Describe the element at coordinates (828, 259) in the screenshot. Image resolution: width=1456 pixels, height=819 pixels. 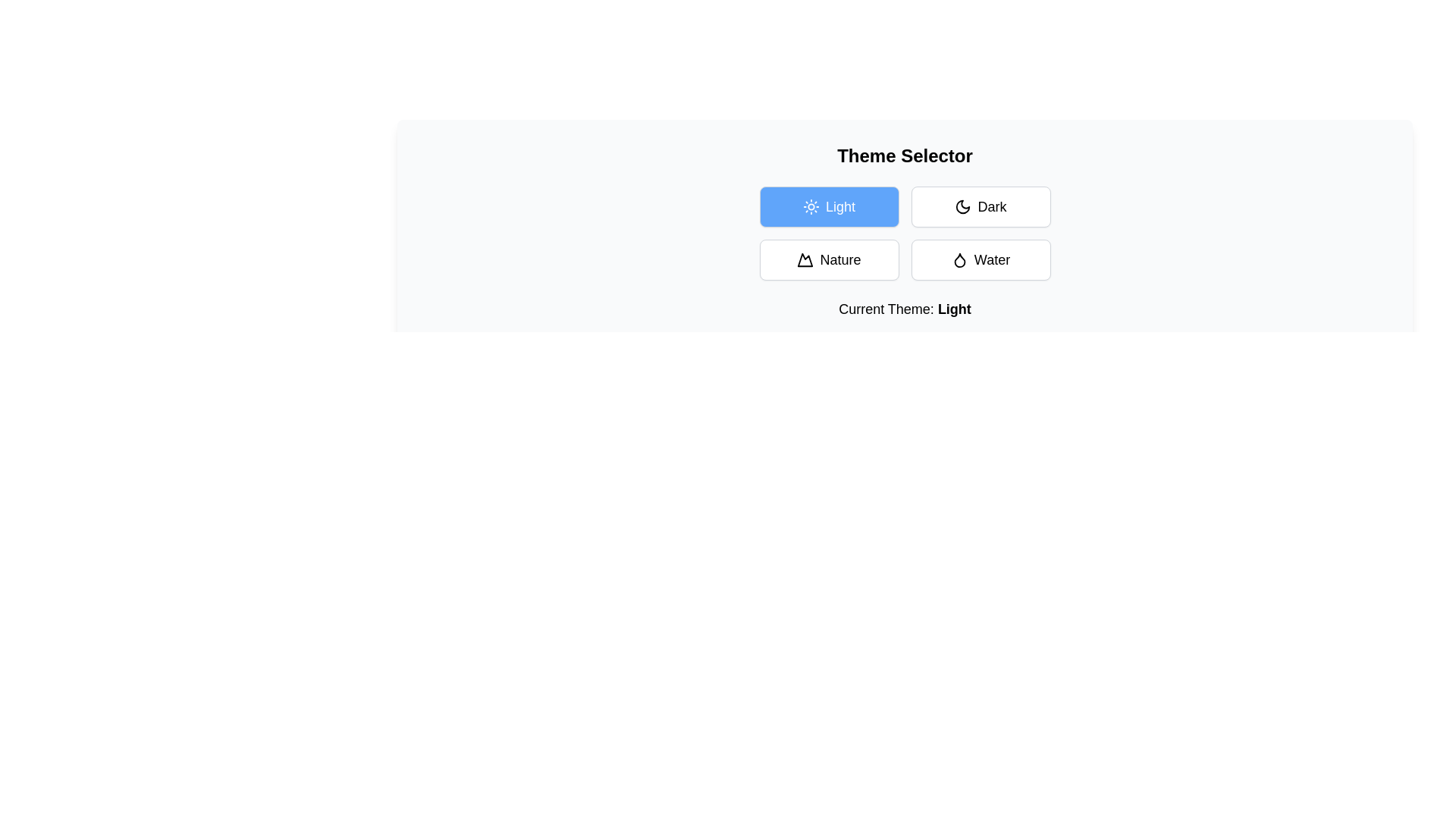
I see `the 'Nature' button, which is located in the lower row, second column of the grid layout` at that location.